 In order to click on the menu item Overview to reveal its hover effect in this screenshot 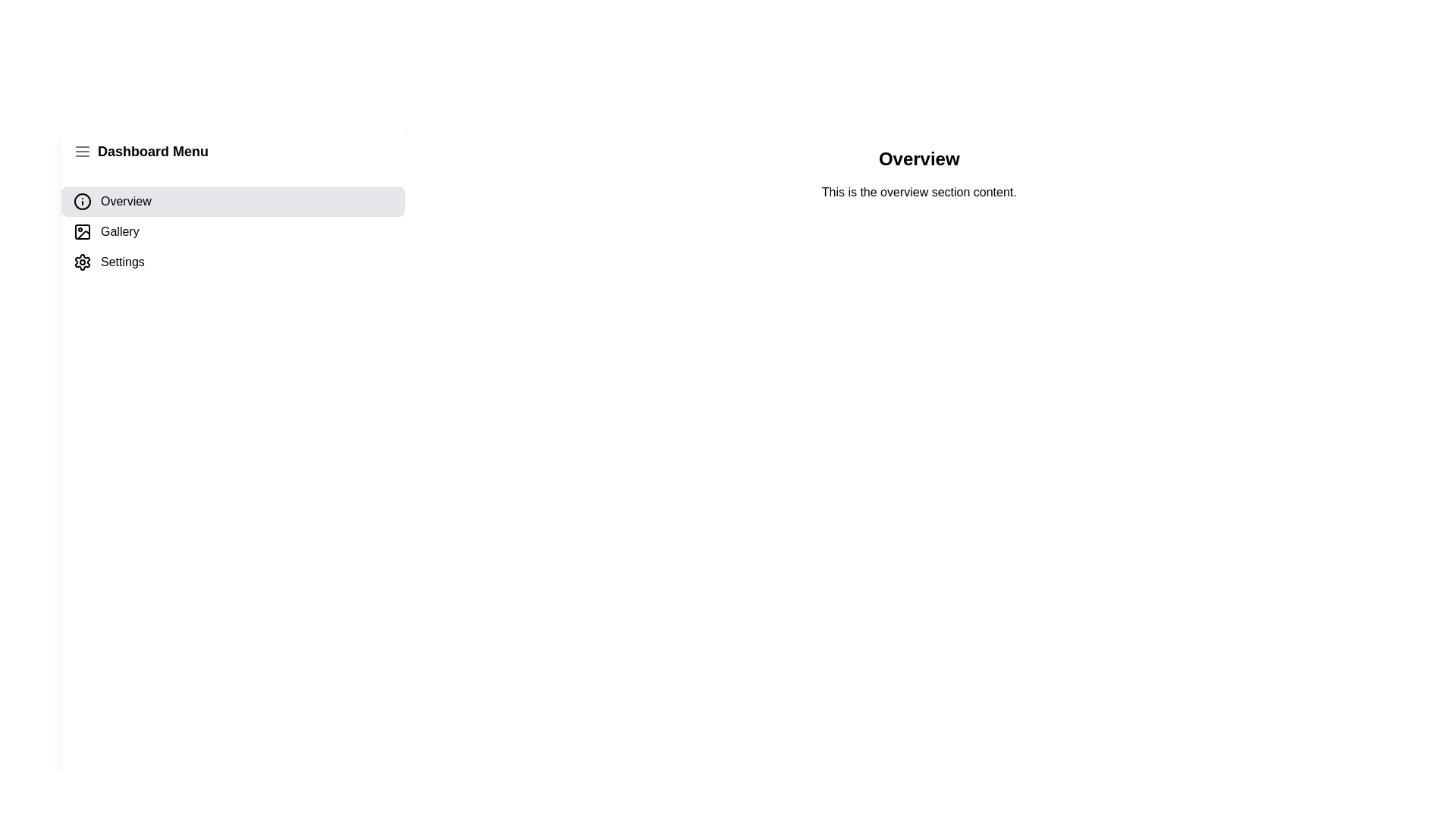, I will do `click(232, 201)`.